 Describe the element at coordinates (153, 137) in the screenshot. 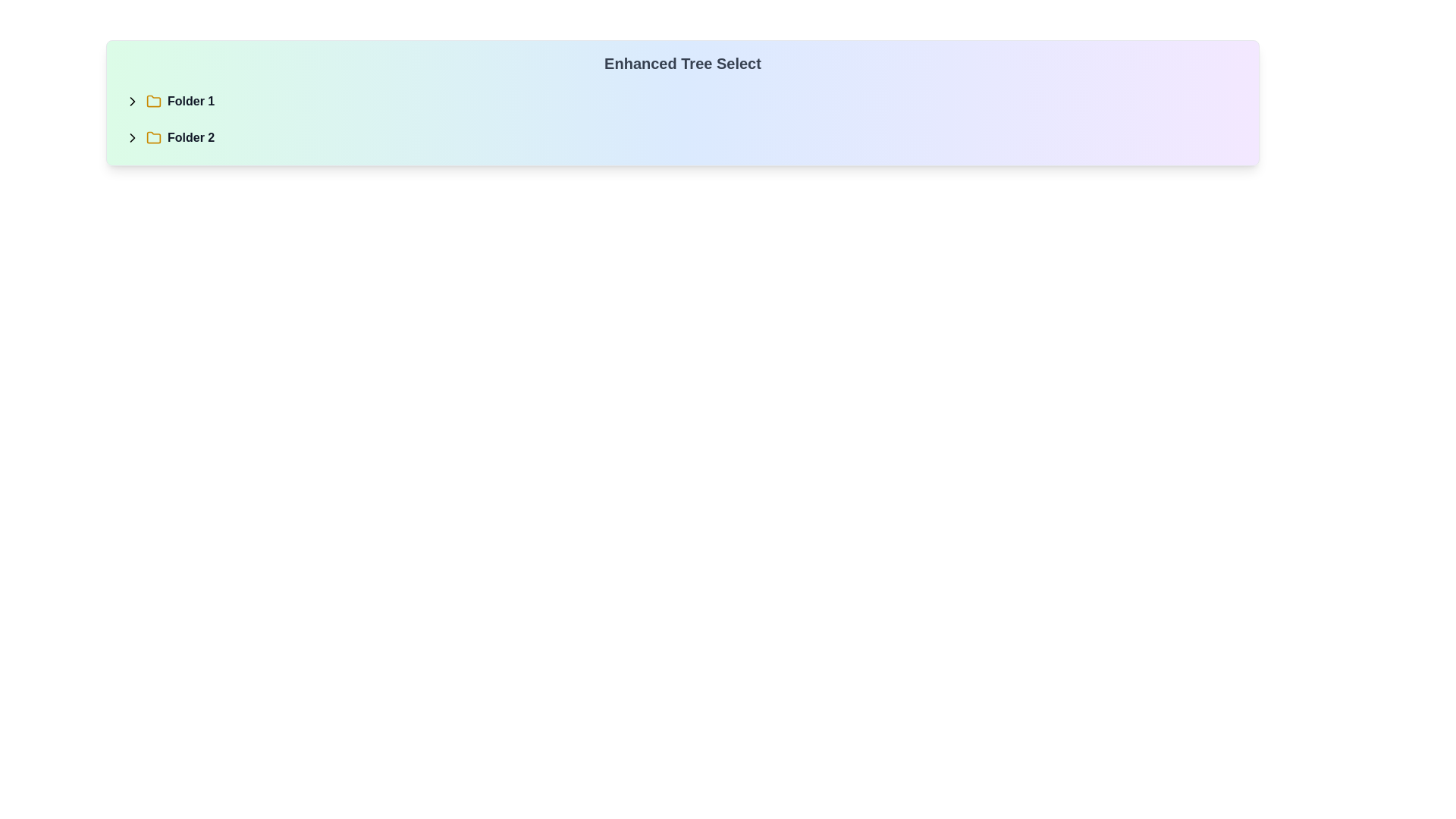

I see `the surrounding row` at that location.